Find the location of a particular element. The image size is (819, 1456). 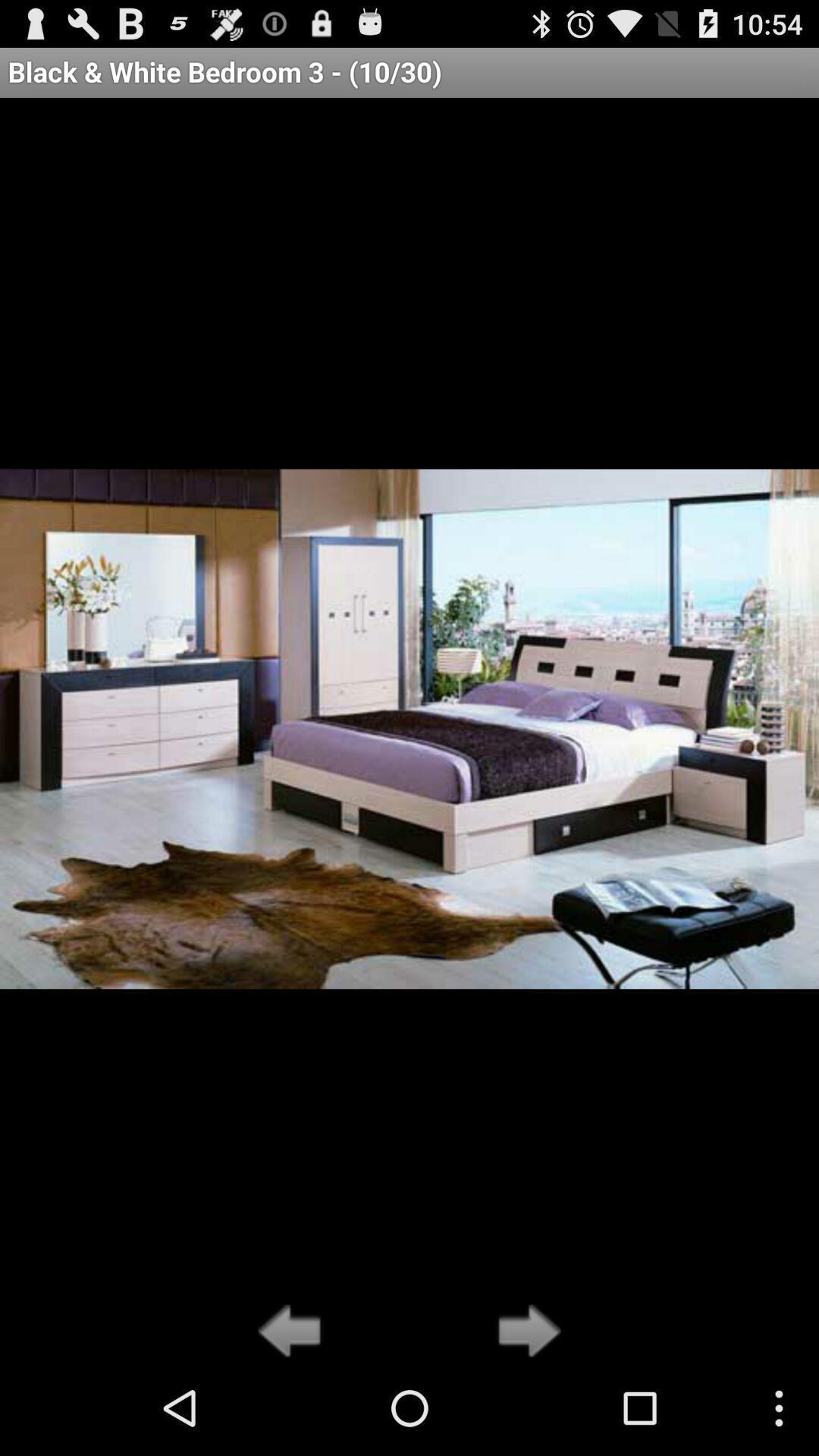

scrolls to the left is located at coordinates (293, 1332).